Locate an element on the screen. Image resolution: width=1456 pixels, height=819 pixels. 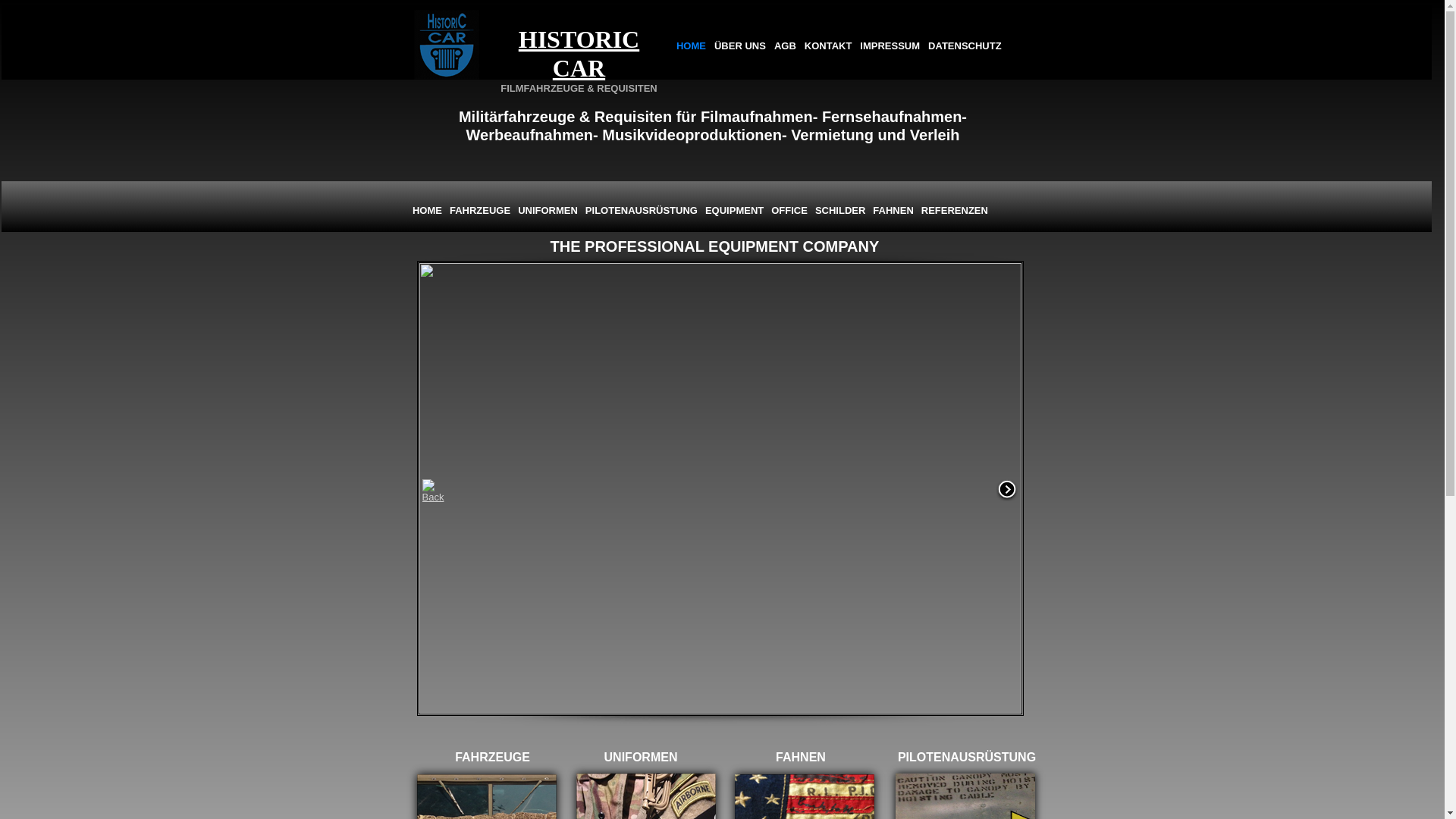
'DATENSCHUTZ' is located at coordinates (964, 45).